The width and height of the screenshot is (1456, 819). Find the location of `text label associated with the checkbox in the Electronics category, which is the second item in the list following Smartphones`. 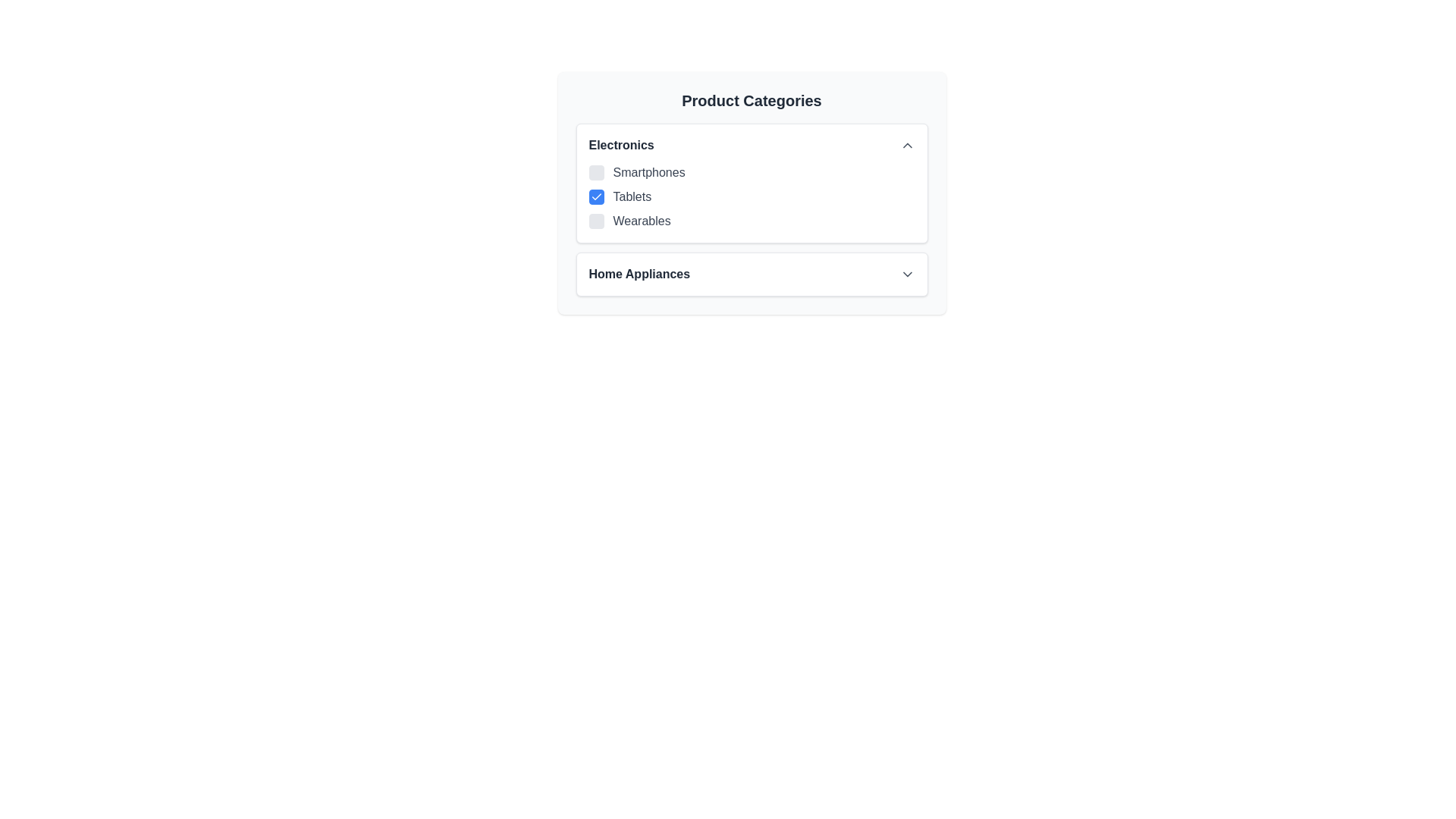

text label associated with the checkbox in the Electronics category, which is the second item in the list following Smartphones is located at coordinates (632, 196).